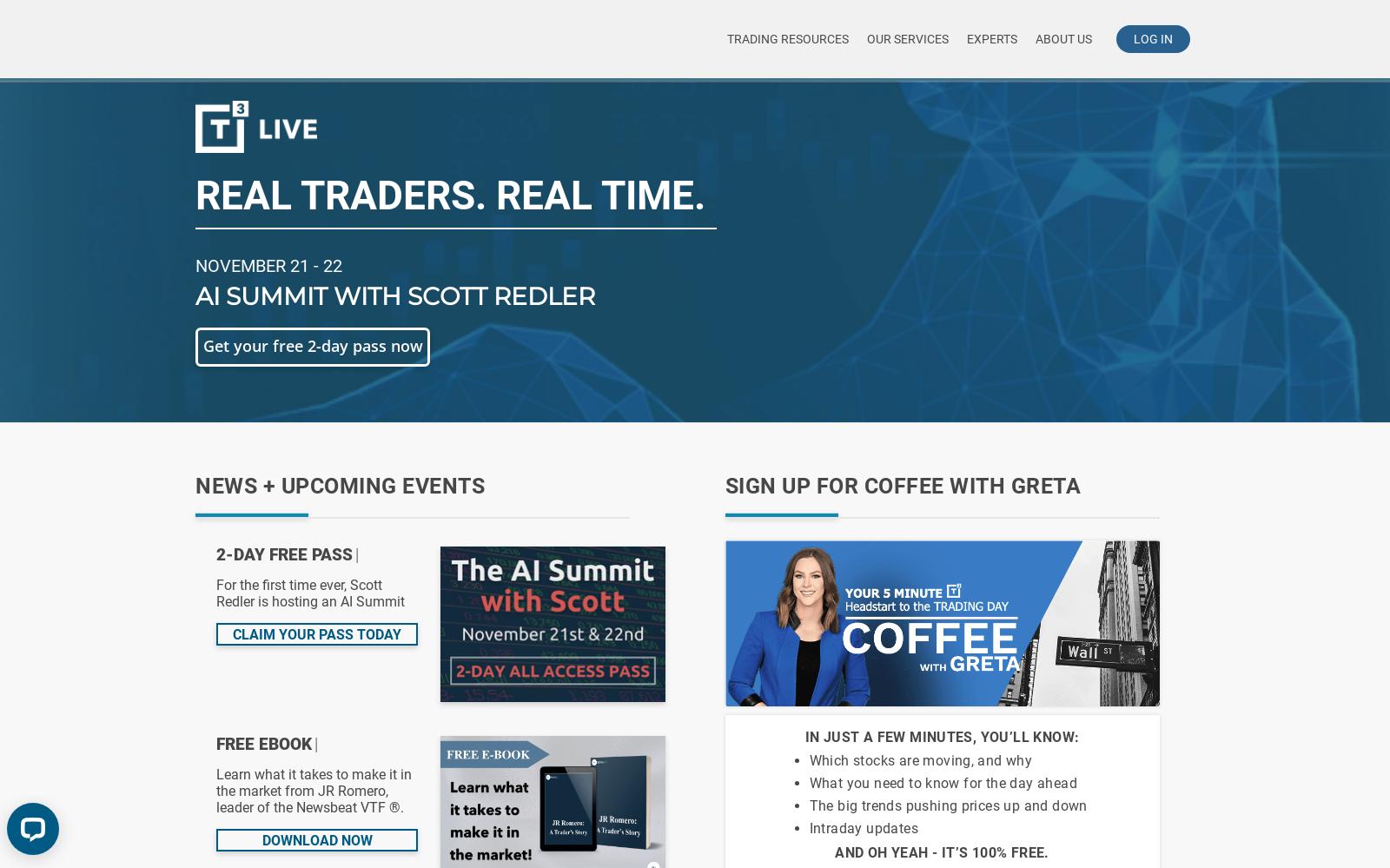 Image resolution: width=1390 pixels, height=868 pixels. Describe the element at coordinates (316, 633) in the screenshot. I see `'Claim your pass today'` at that location.